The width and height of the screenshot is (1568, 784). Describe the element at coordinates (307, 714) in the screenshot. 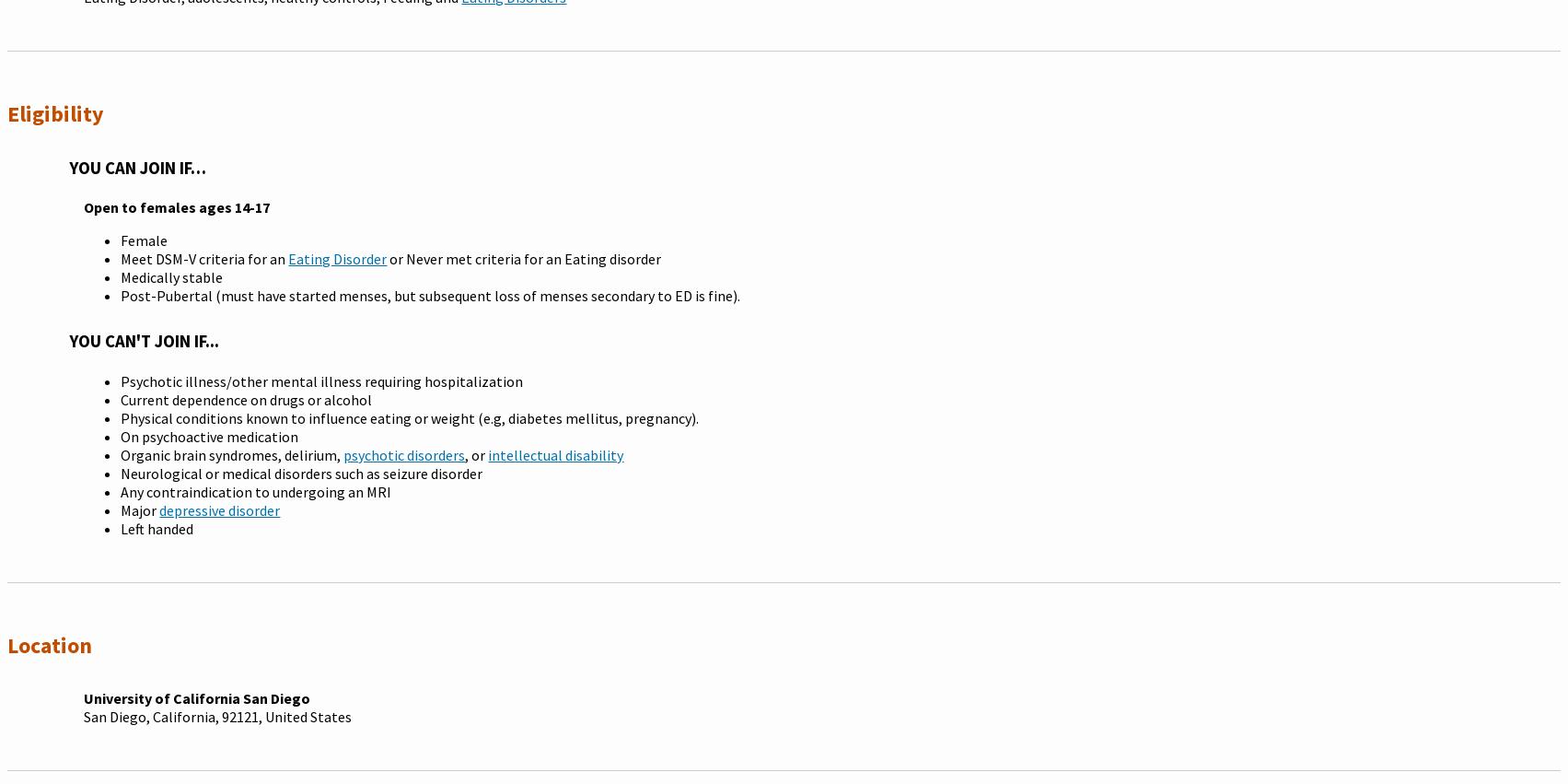

I see `'United States'` at that location.